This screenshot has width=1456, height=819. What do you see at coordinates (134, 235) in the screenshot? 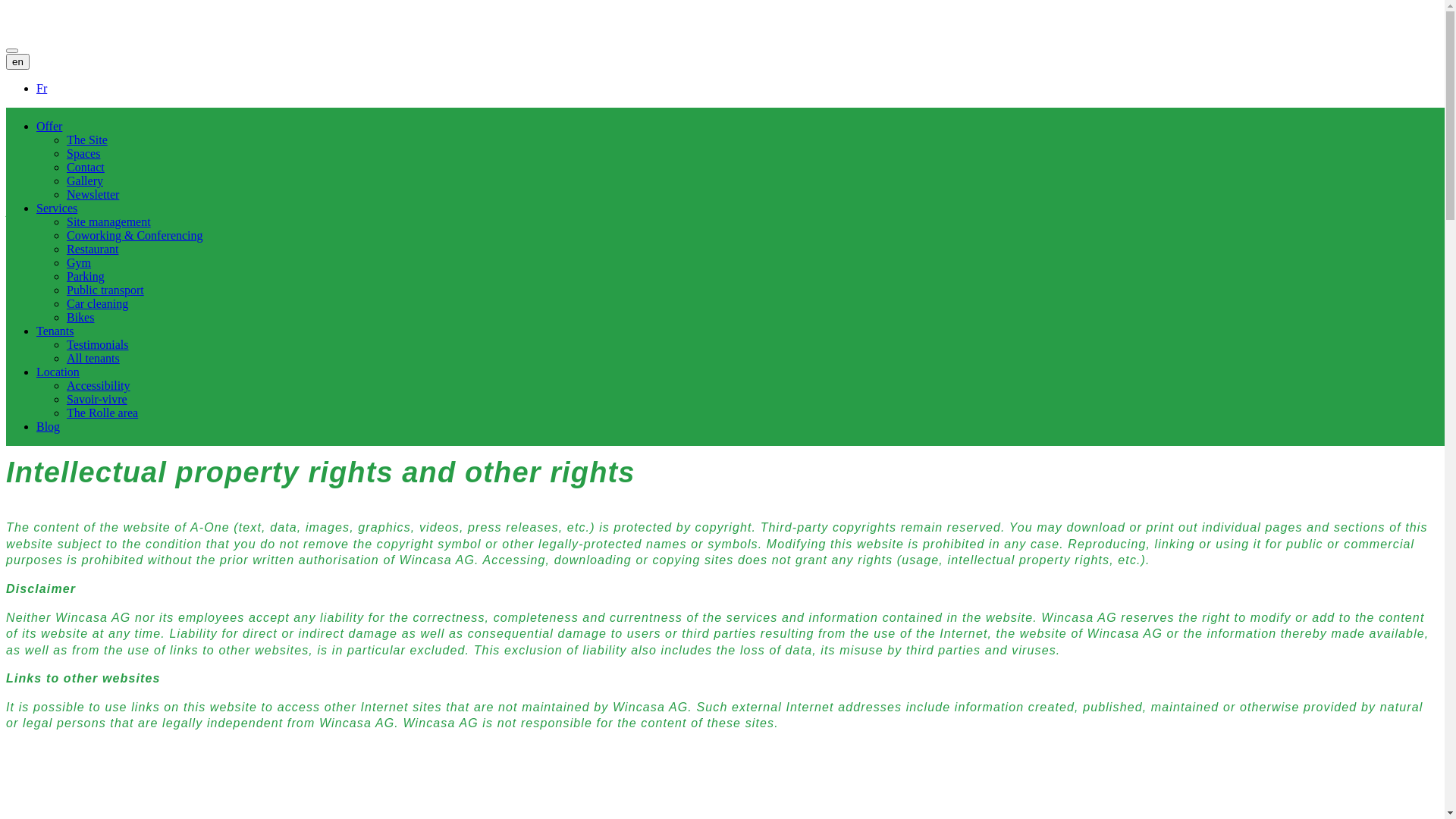
I see `'Coworking & Conferencing'` at bounding box center [134, 235].